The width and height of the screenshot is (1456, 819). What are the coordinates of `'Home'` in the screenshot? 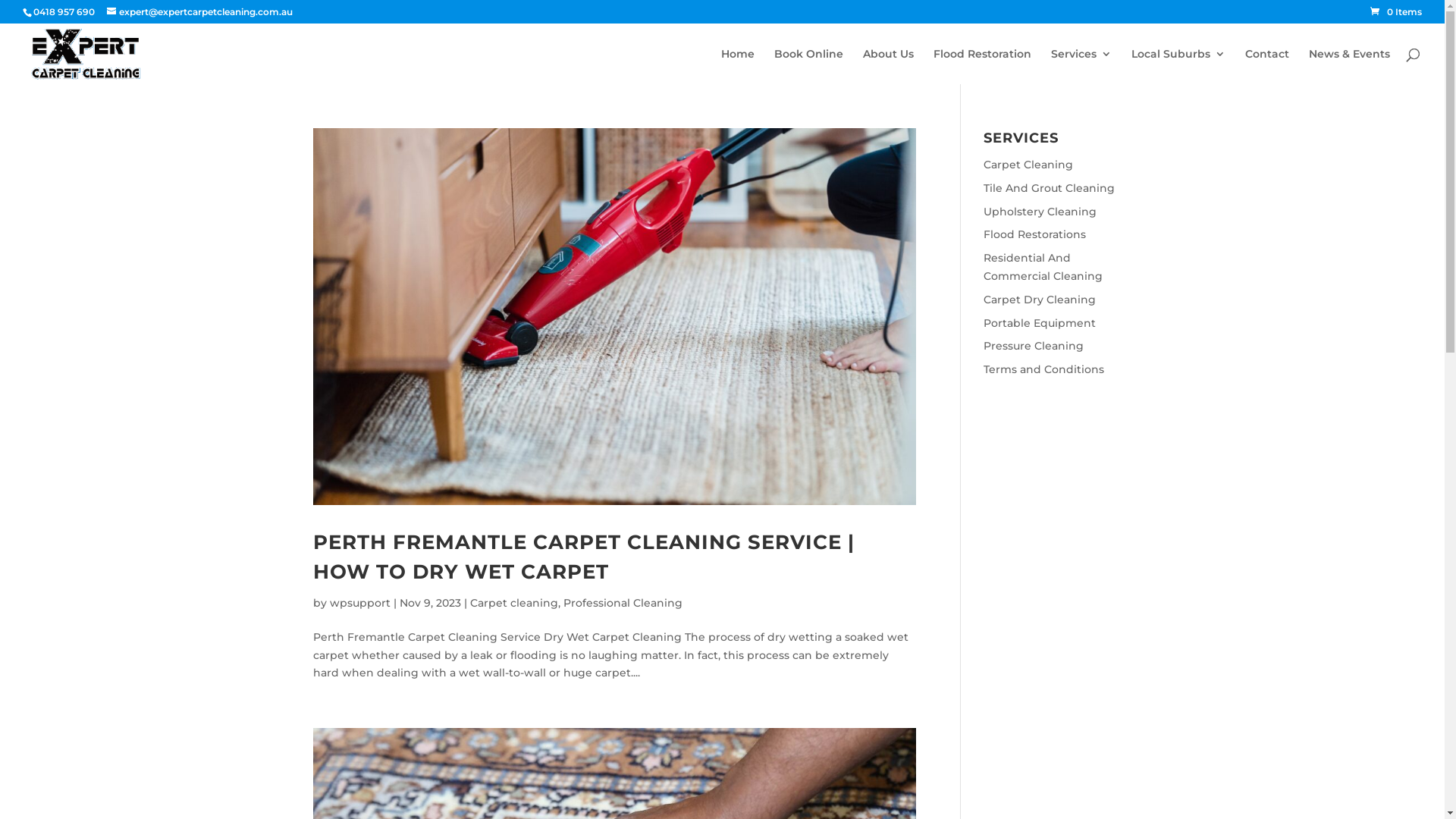 It's located at (738, 65).